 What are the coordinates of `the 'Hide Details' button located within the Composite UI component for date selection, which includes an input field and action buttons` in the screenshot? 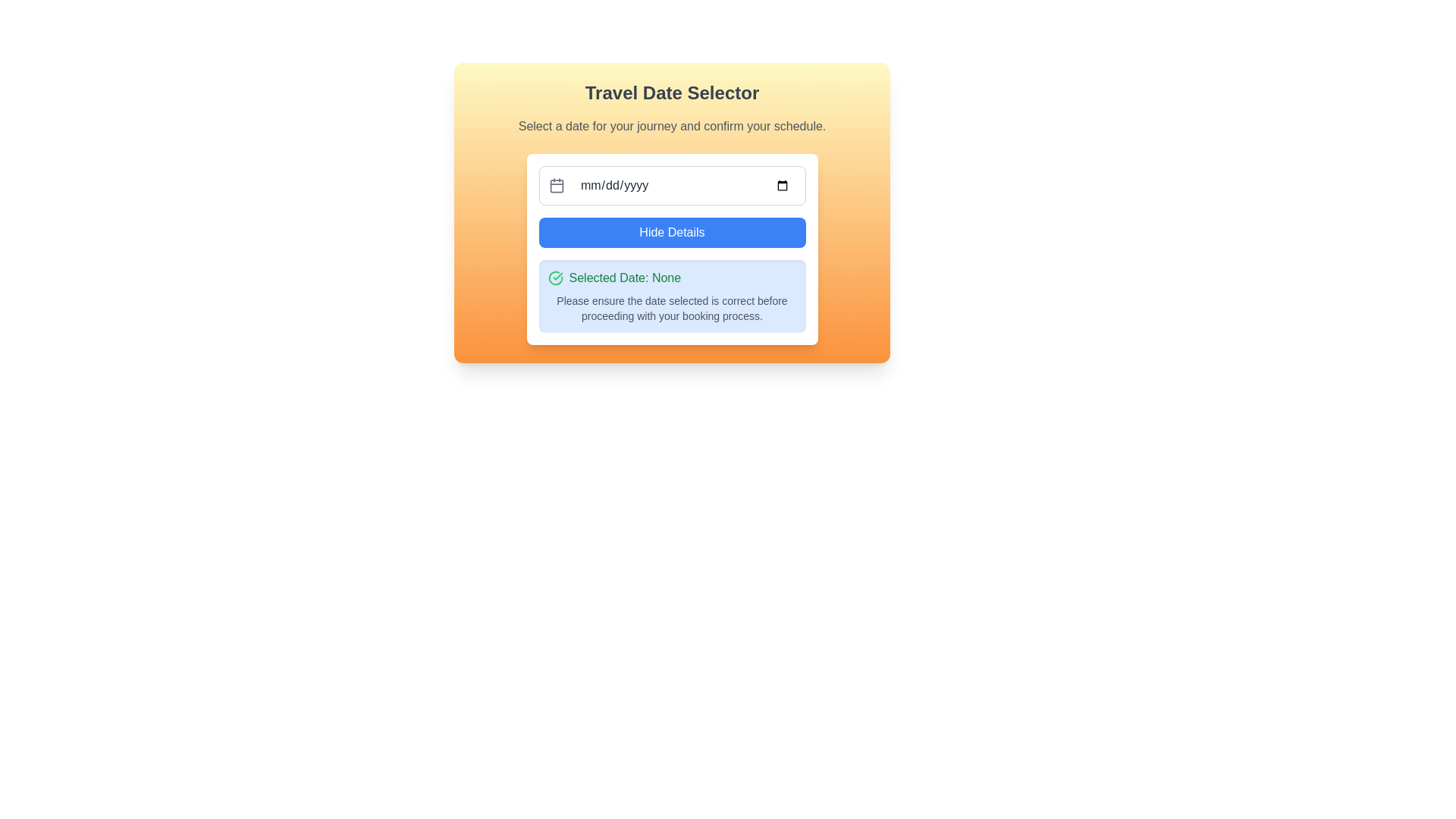 It's located at (671, 213).